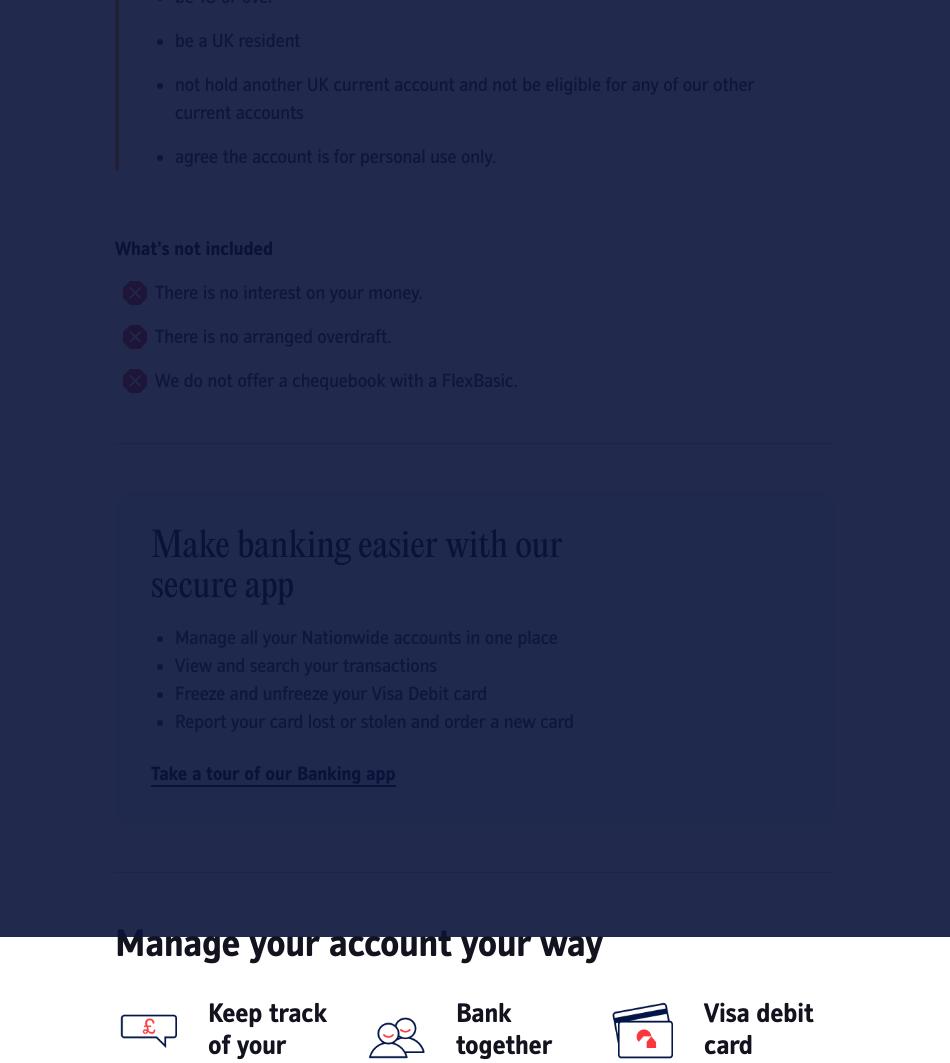  Describe the element at coordinates (335, 380) in the screenshot. I see `'We do not offer a chequebook with a FlexBasic.'` at that location.